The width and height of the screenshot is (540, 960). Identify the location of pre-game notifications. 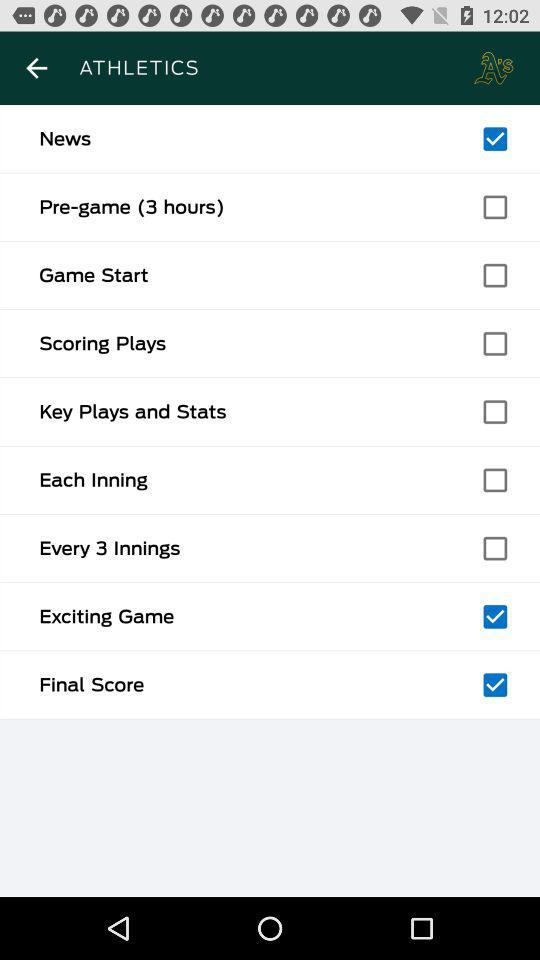
(494, 207).